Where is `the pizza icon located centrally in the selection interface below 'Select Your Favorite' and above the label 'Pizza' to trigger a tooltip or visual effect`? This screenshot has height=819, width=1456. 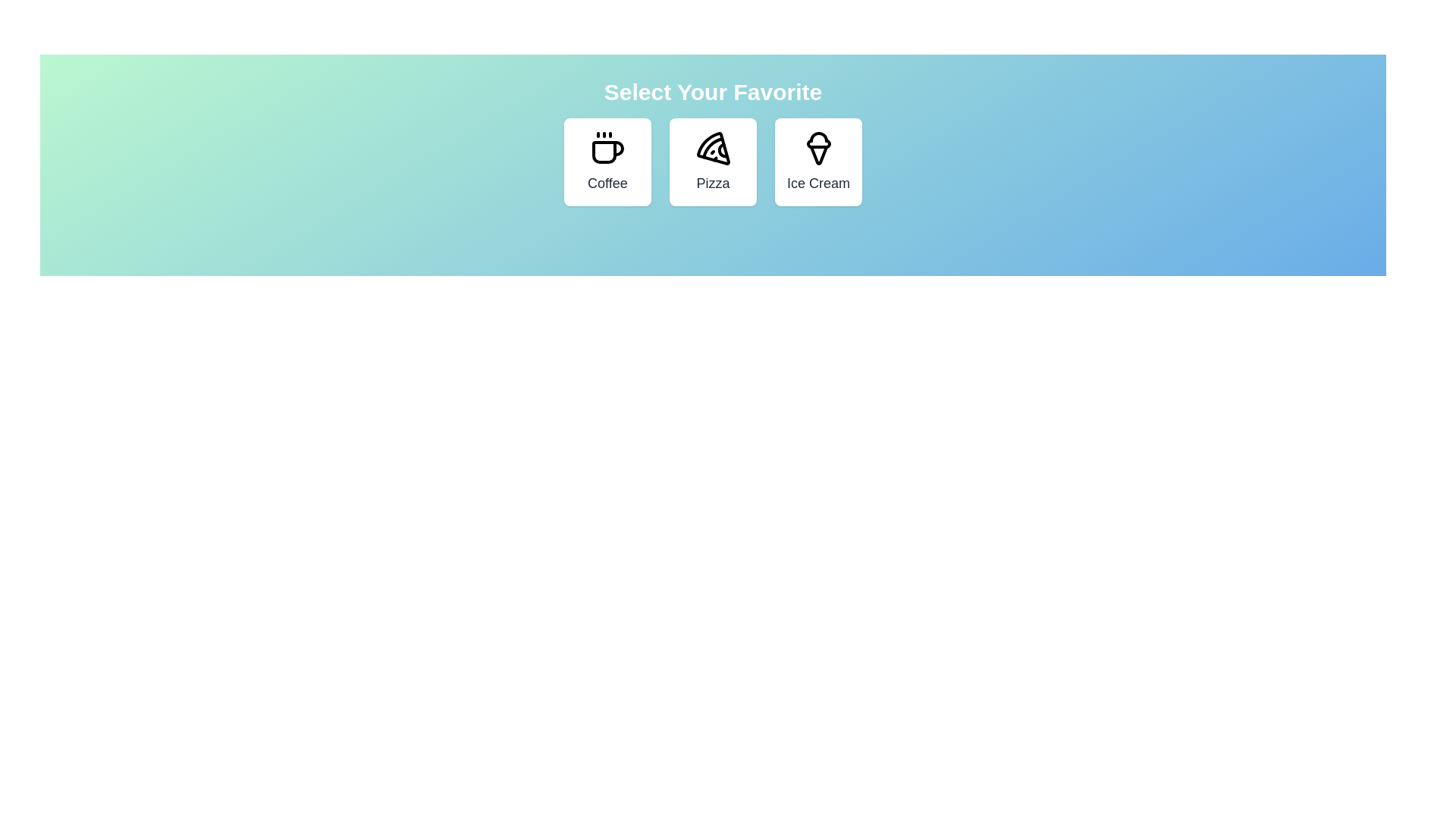
the pizza icon located centrally in the selection interface below 'Select Your Favorite' and above the label 'Pizza' to trigger a tooltip or visual effect is located at coordinates (712, 149).